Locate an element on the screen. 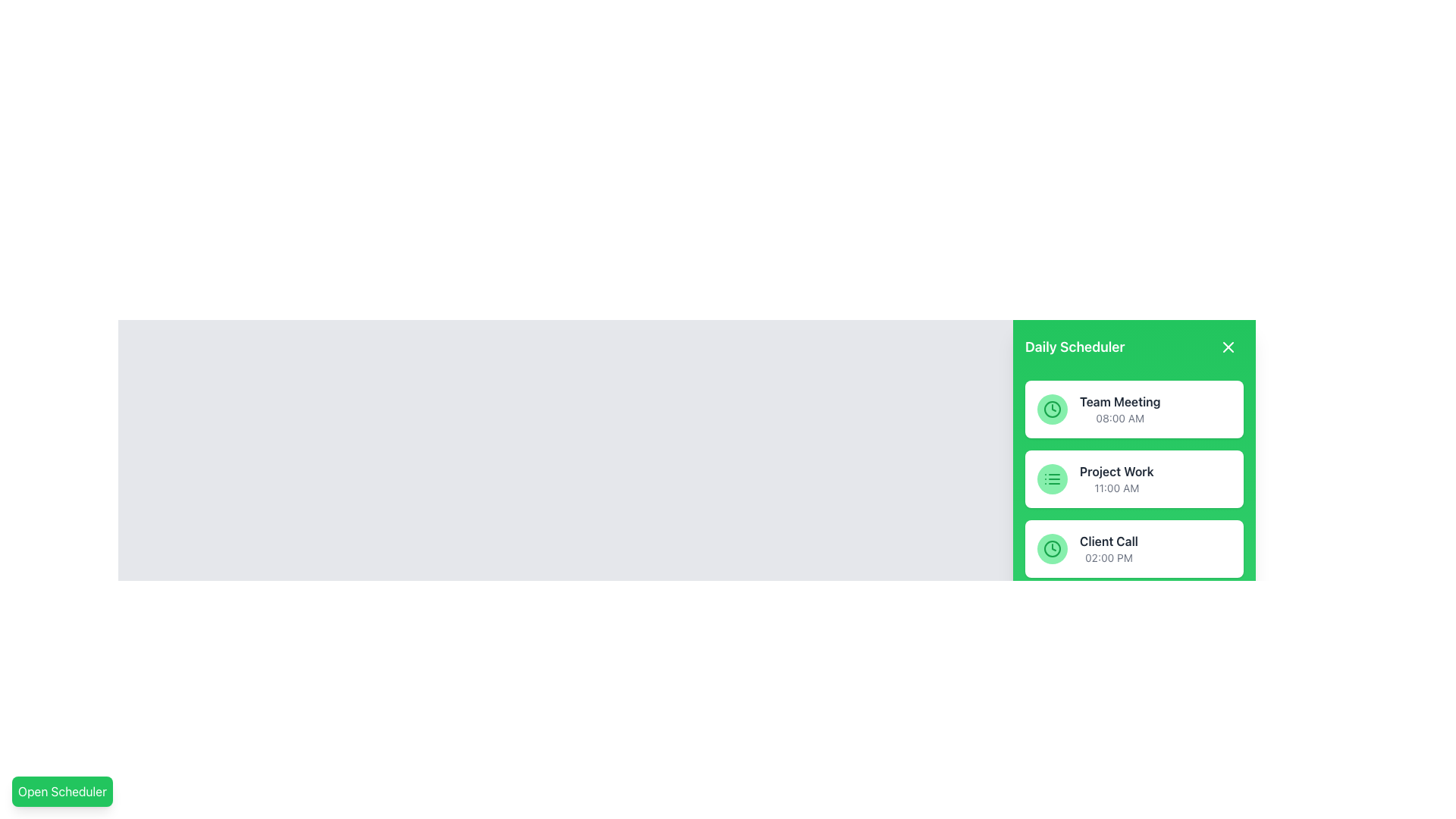  the second informational card in the Daily Scheduler panel, which displays 'Project Work' and the time '11:00 AM' is located at coordinates (1134, 479).